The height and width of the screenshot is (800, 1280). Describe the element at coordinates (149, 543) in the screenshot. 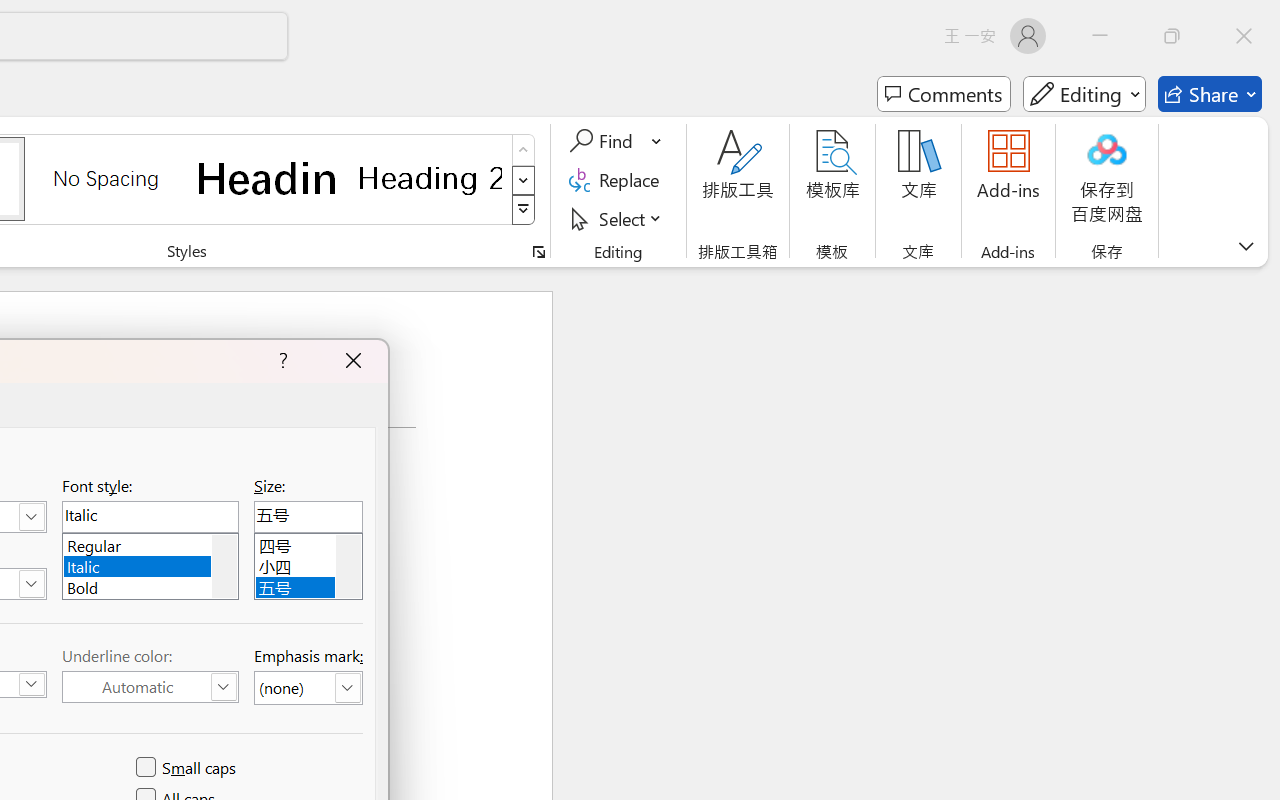

I see `'Regular'` at that location.